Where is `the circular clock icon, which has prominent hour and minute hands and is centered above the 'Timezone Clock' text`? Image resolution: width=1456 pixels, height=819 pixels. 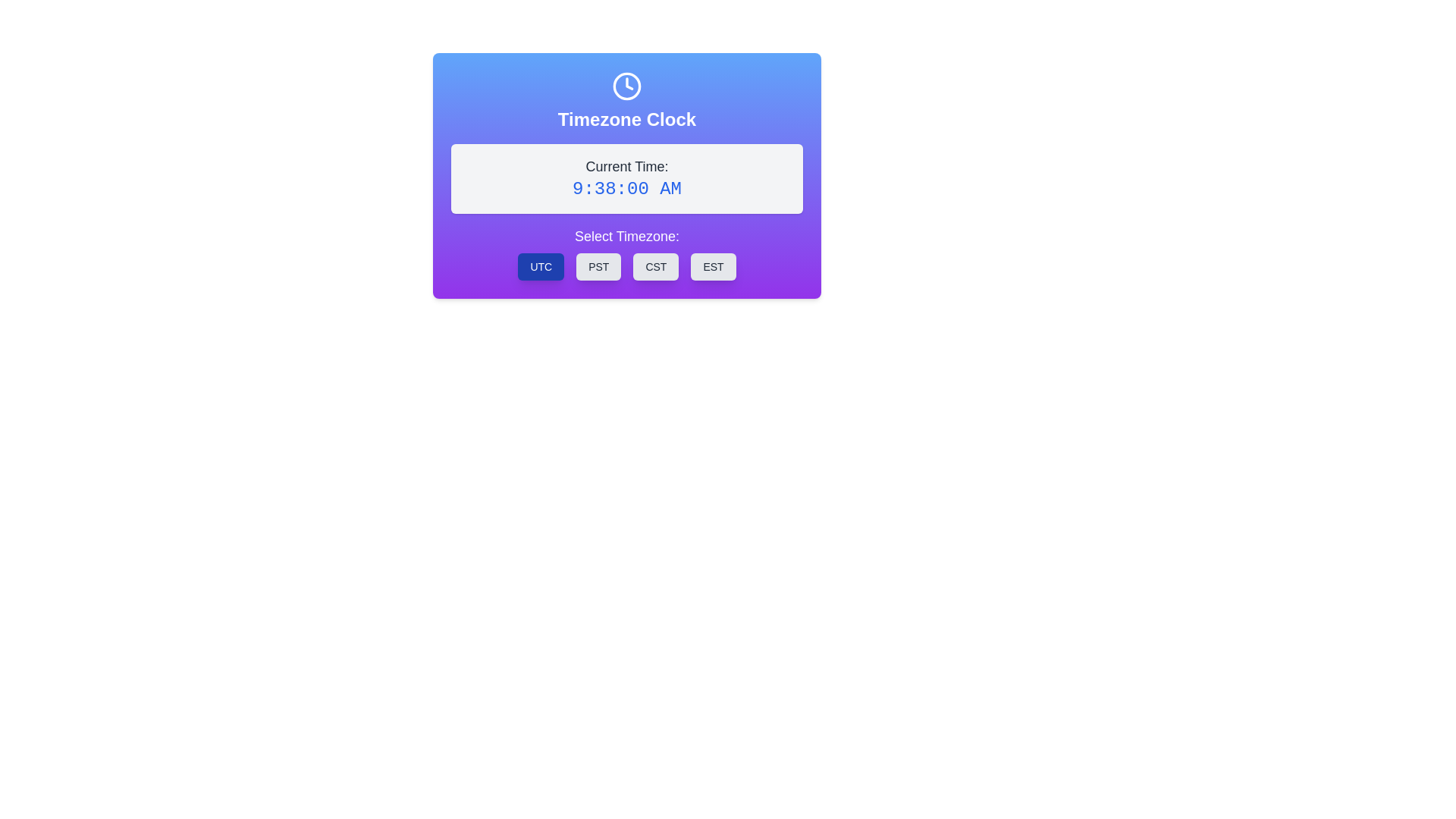 the circular clock icon, which has prominent hour and minute hands and is centered above the 'Timezone Clock' text is located at coordinates (626, 86).